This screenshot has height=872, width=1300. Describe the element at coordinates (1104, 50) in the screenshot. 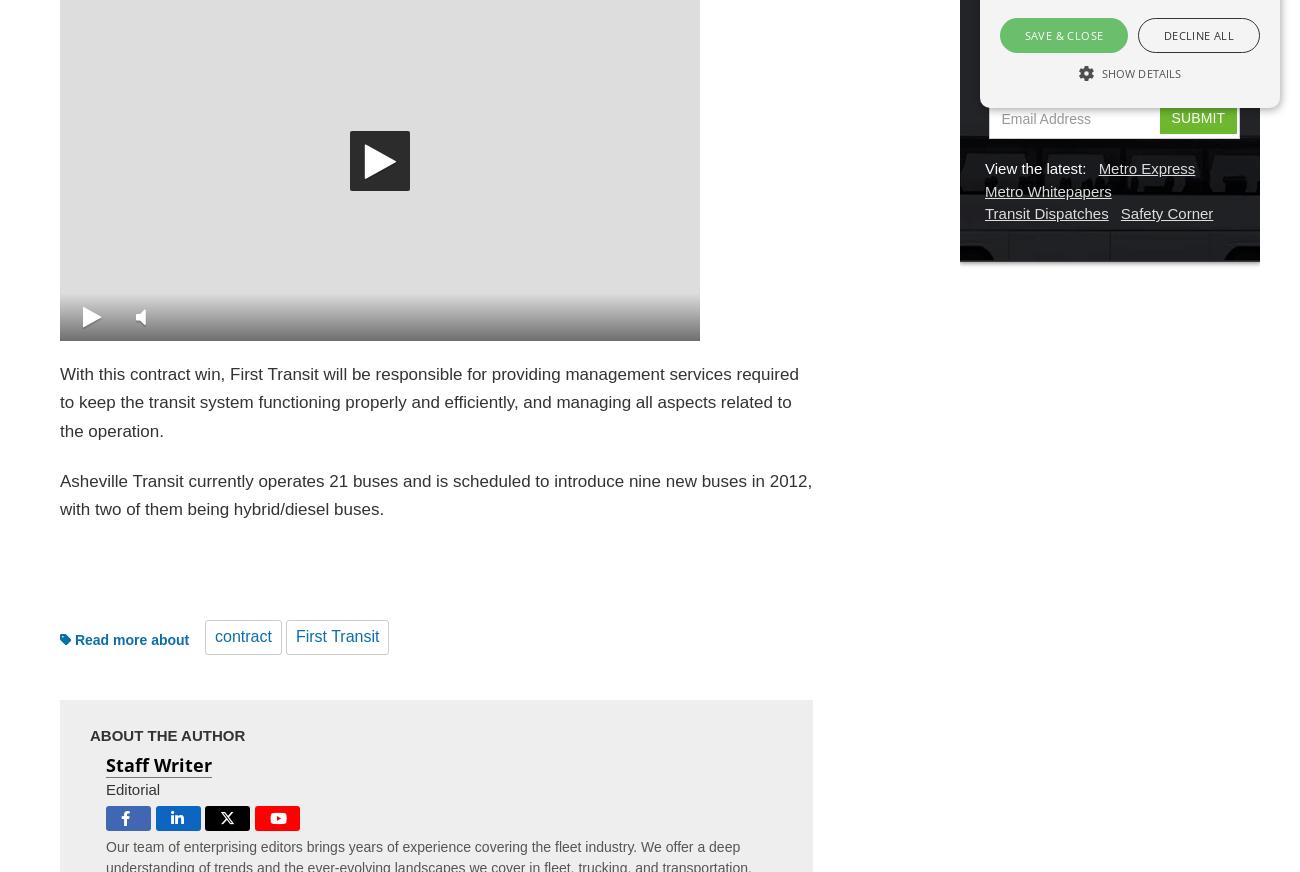

I see `'By clicking the submit button below, you are agreeing with Bobit Business Media’s'` at that location.